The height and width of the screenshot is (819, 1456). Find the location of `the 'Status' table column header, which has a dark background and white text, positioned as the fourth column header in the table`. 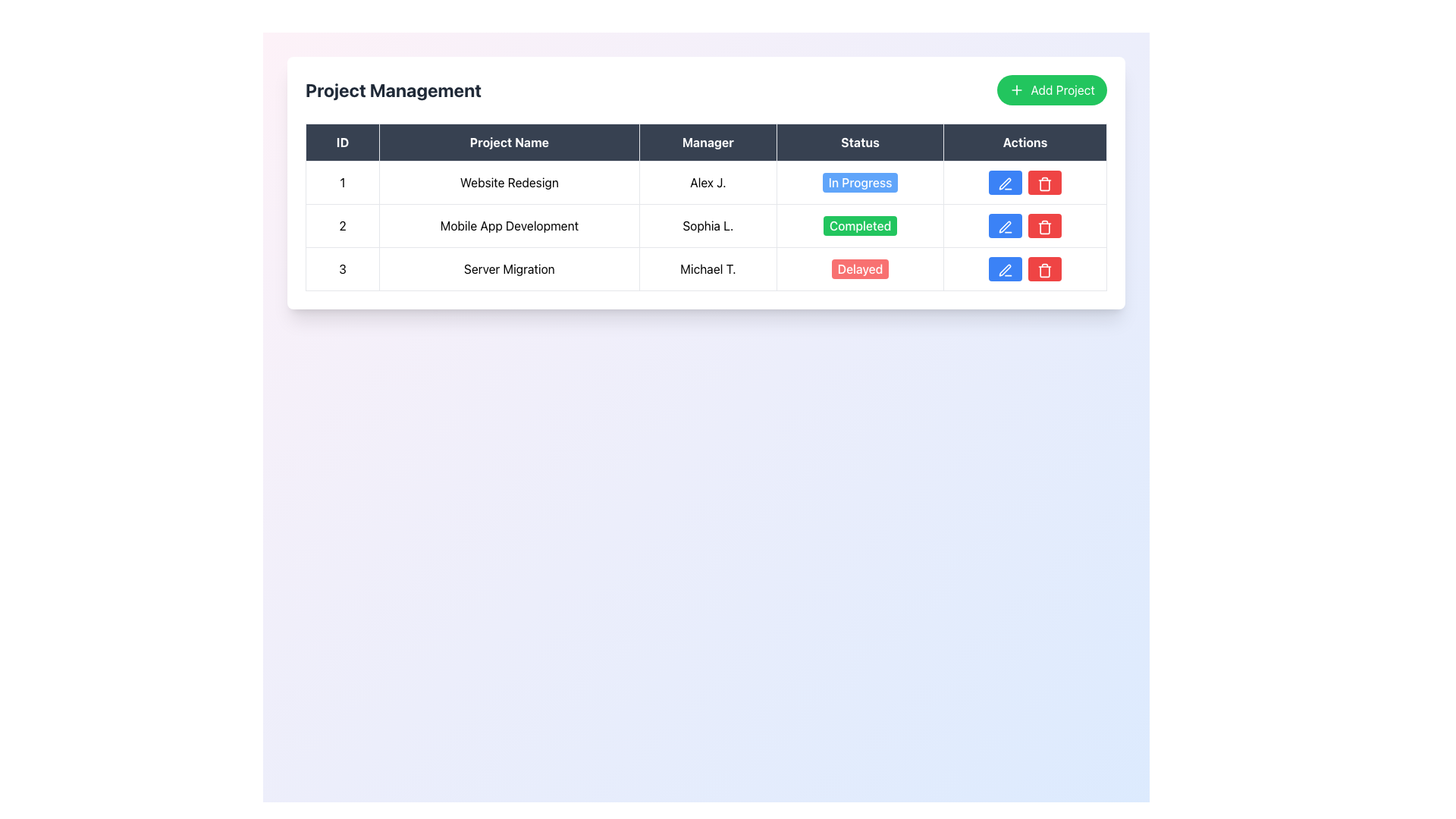

the 'Status' table column header, which has a dark background and white text, positioned as the fourth column header in the table is located at coordinates (860, 143).